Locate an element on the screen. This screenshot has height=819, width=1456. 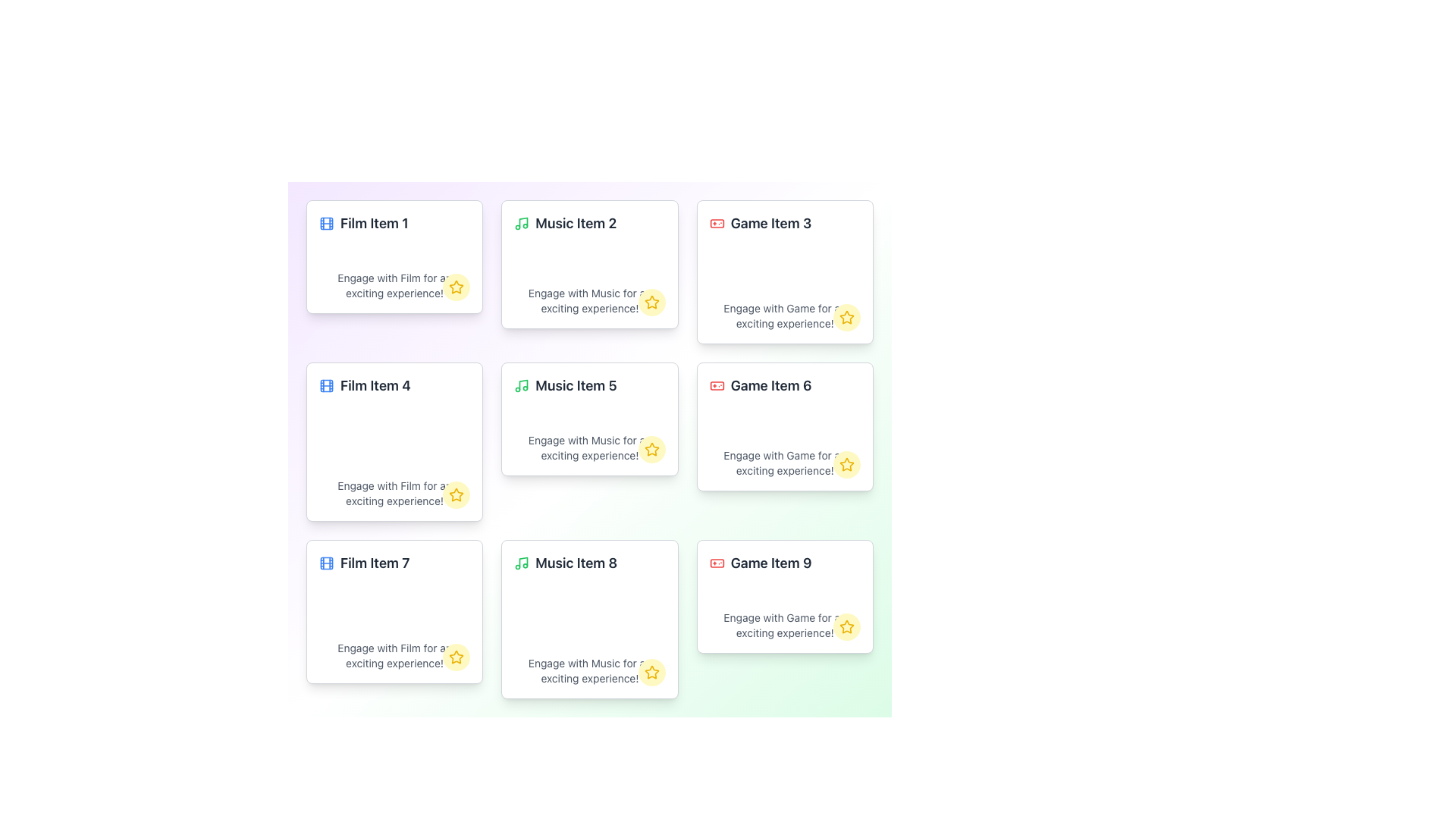
the card titled 'Film Item 7' is located at coordinates (394, 610).